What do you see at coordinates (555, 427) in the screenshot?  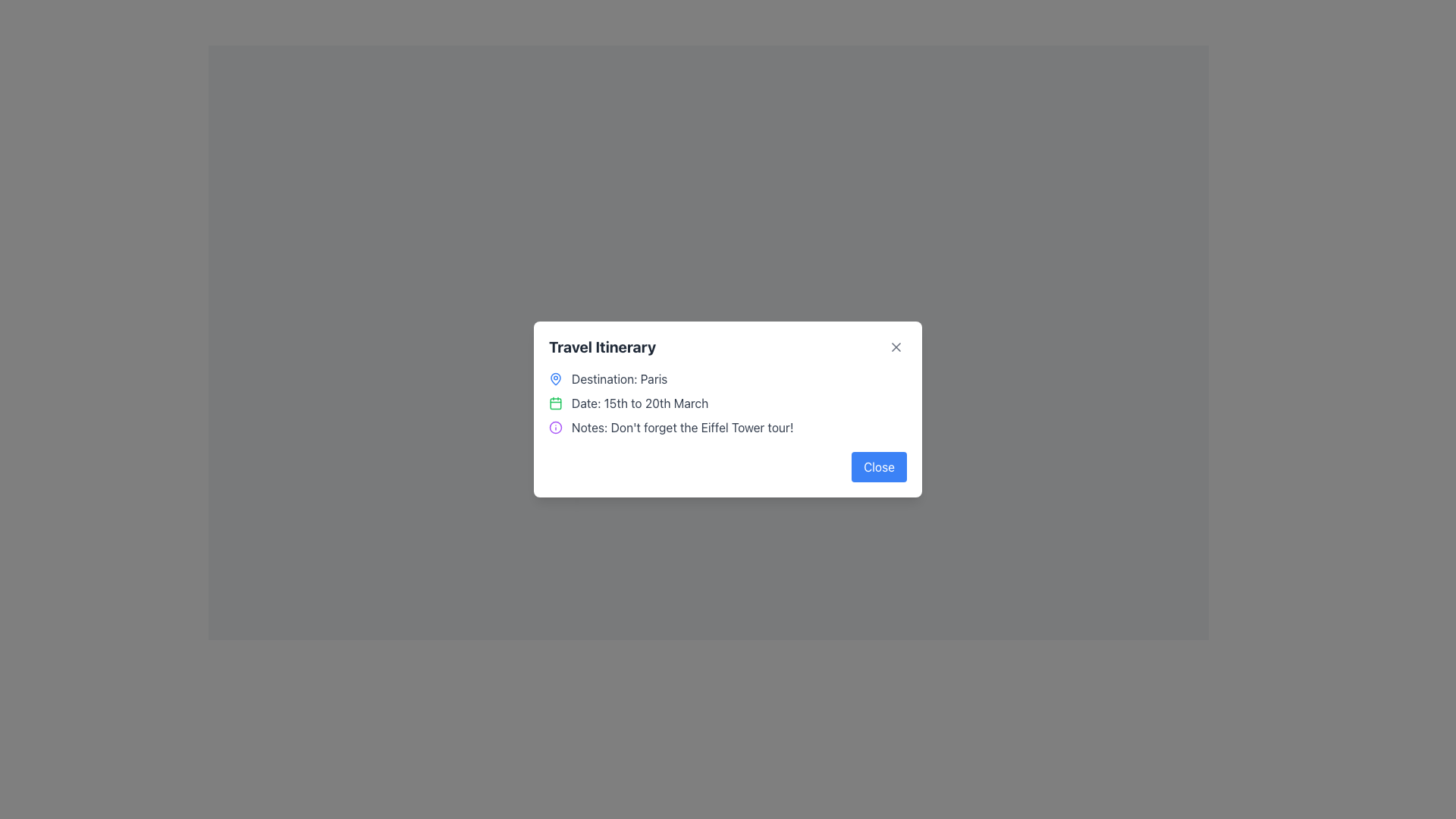 I see `the circular icon with a purple outline containing an information symbol, located in the second line of the content section titled 'Notes: Don't forget the Eiffel Tower tour!'` at bounding box center [555, 427].